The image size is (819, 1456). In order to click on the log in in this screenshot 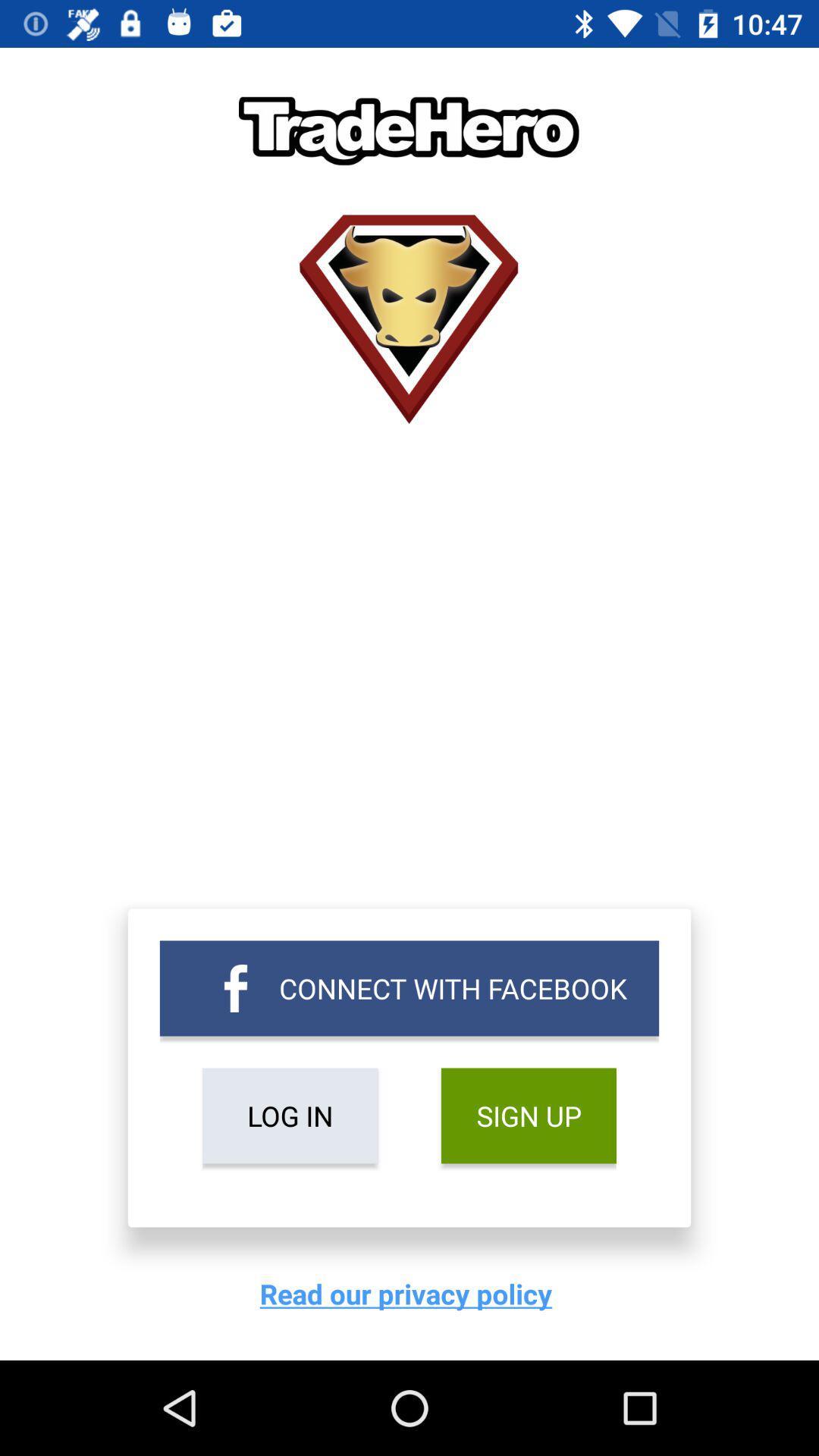, I will do `click(290, 1116)`.